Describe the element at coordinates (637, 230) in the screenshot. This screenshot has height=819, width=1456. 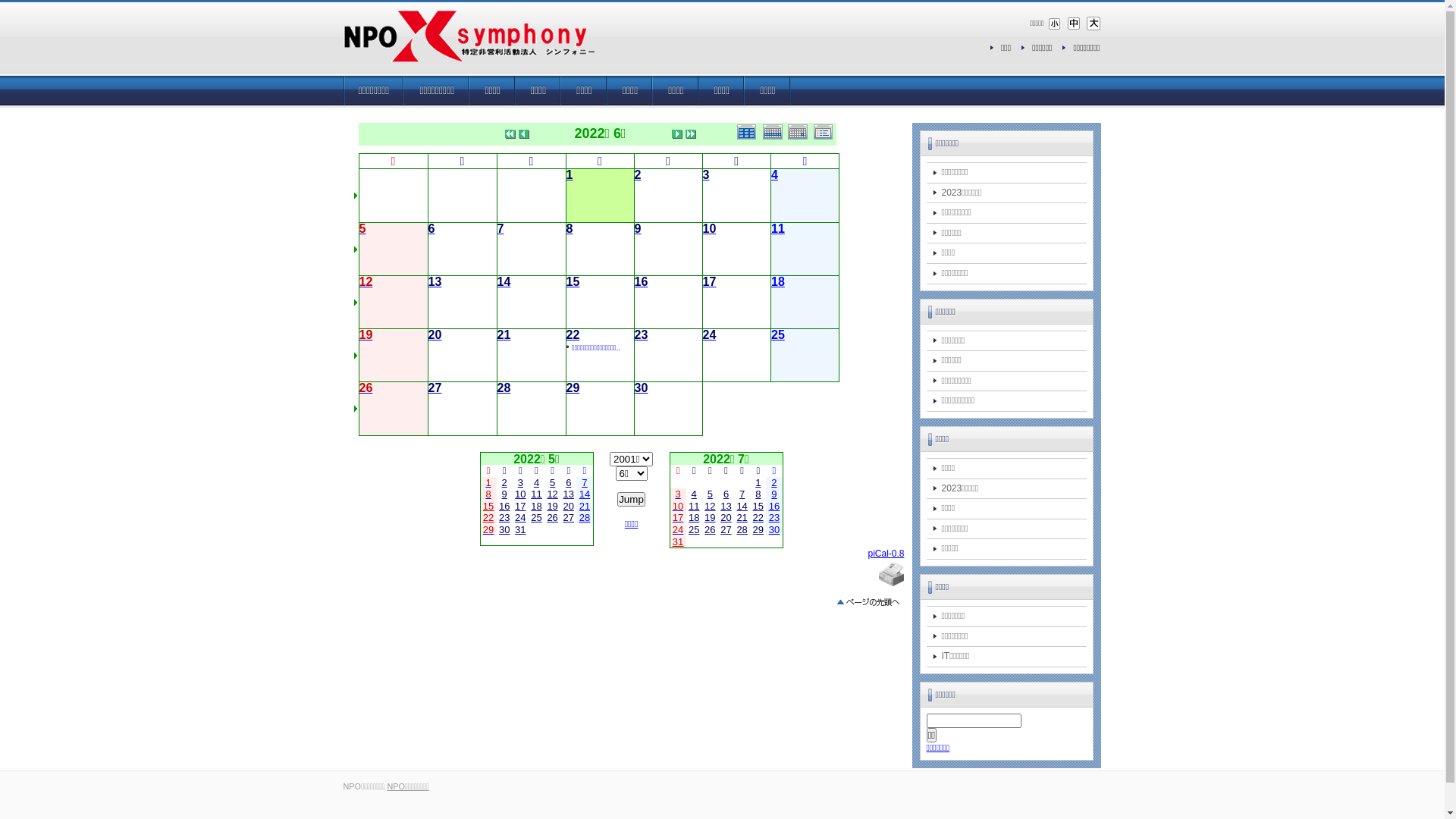
I see `'9'` at that location.